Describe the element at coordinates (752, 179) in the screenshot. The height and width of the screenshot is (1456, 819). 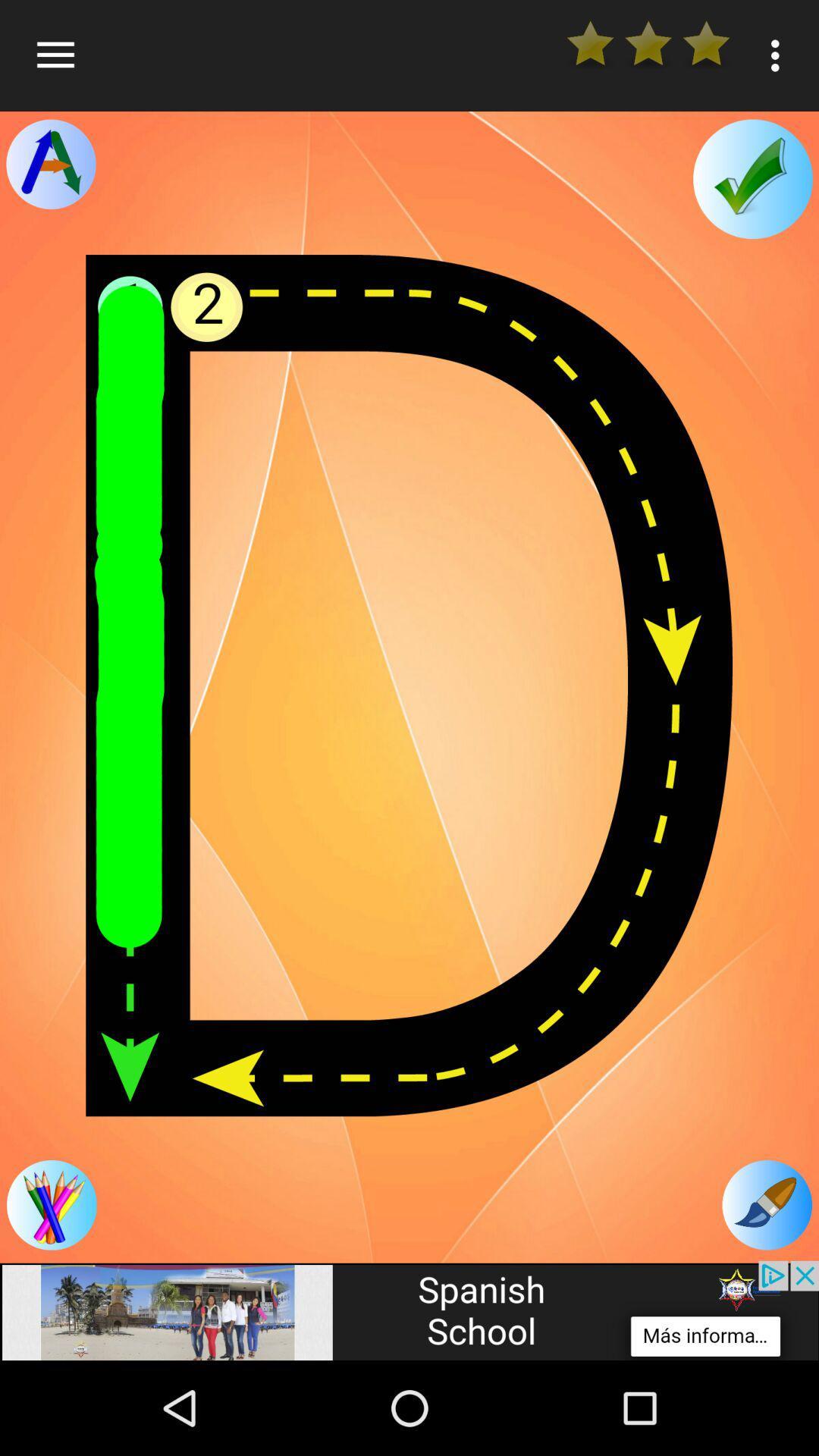
I see `correct` at that location.